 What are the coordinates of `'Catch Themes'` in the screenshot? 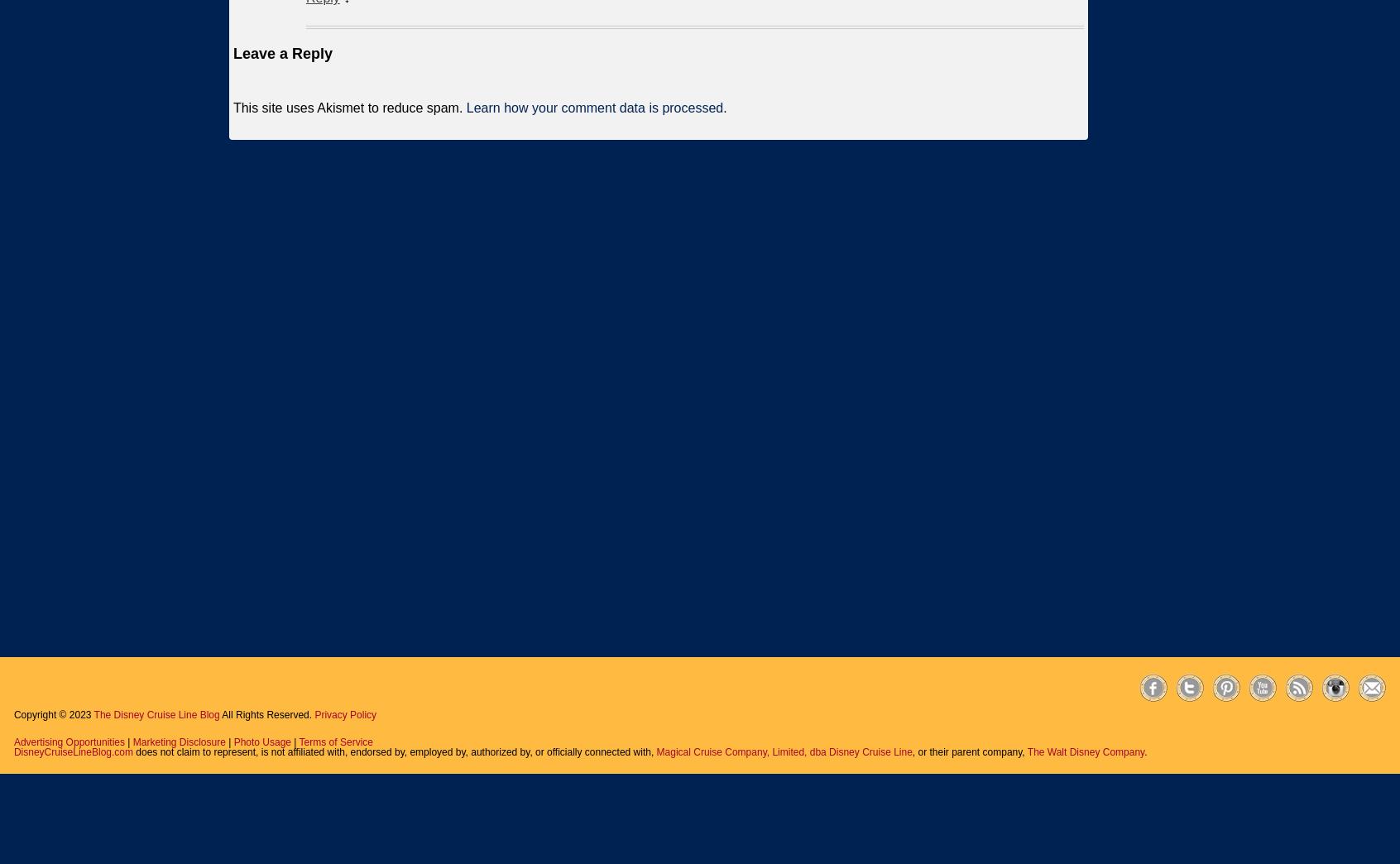 It's located at (1353, 713).